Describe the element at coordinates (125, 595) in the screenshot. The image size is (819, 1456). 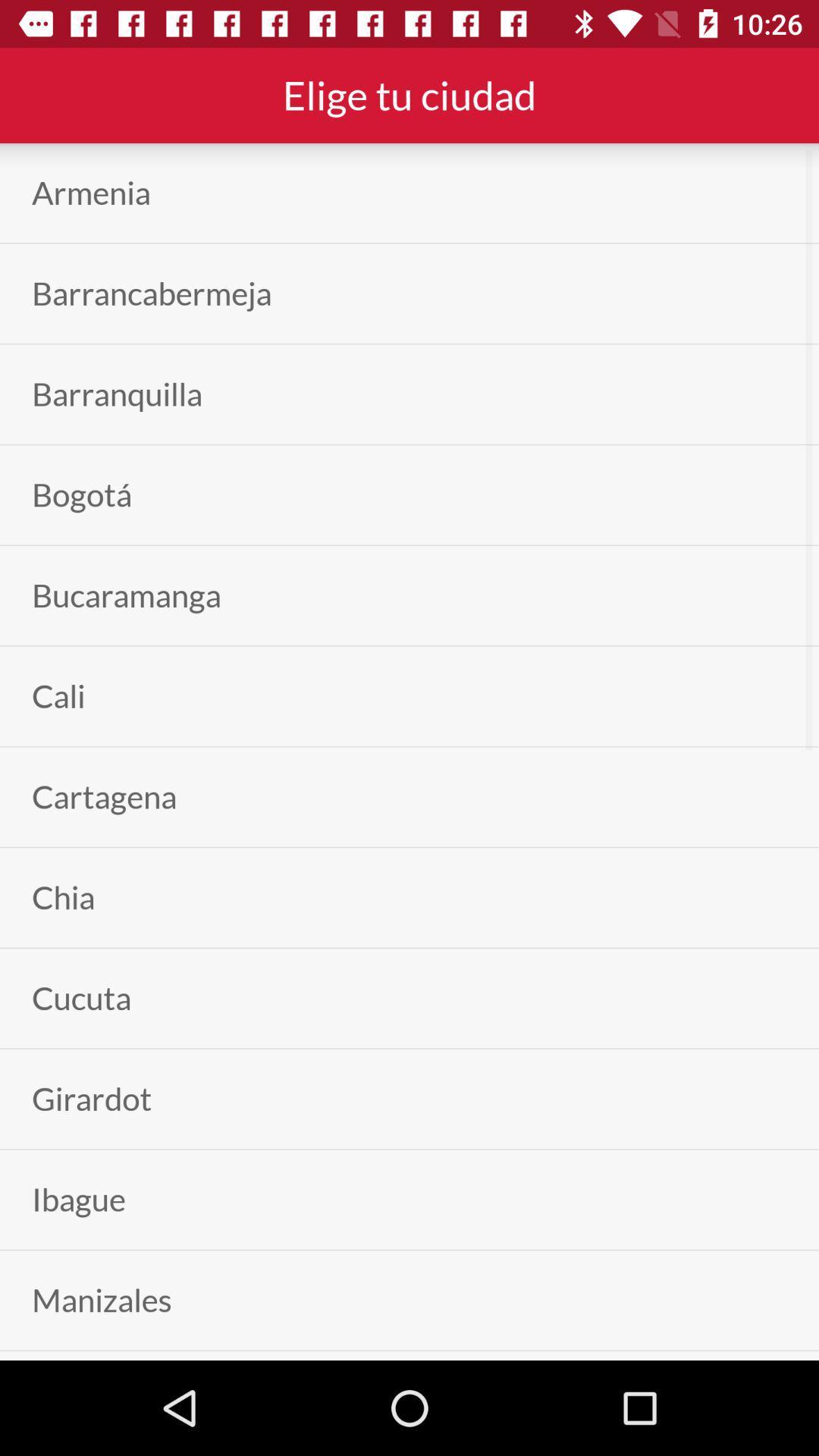
I see `the app above cali icon` at that location.